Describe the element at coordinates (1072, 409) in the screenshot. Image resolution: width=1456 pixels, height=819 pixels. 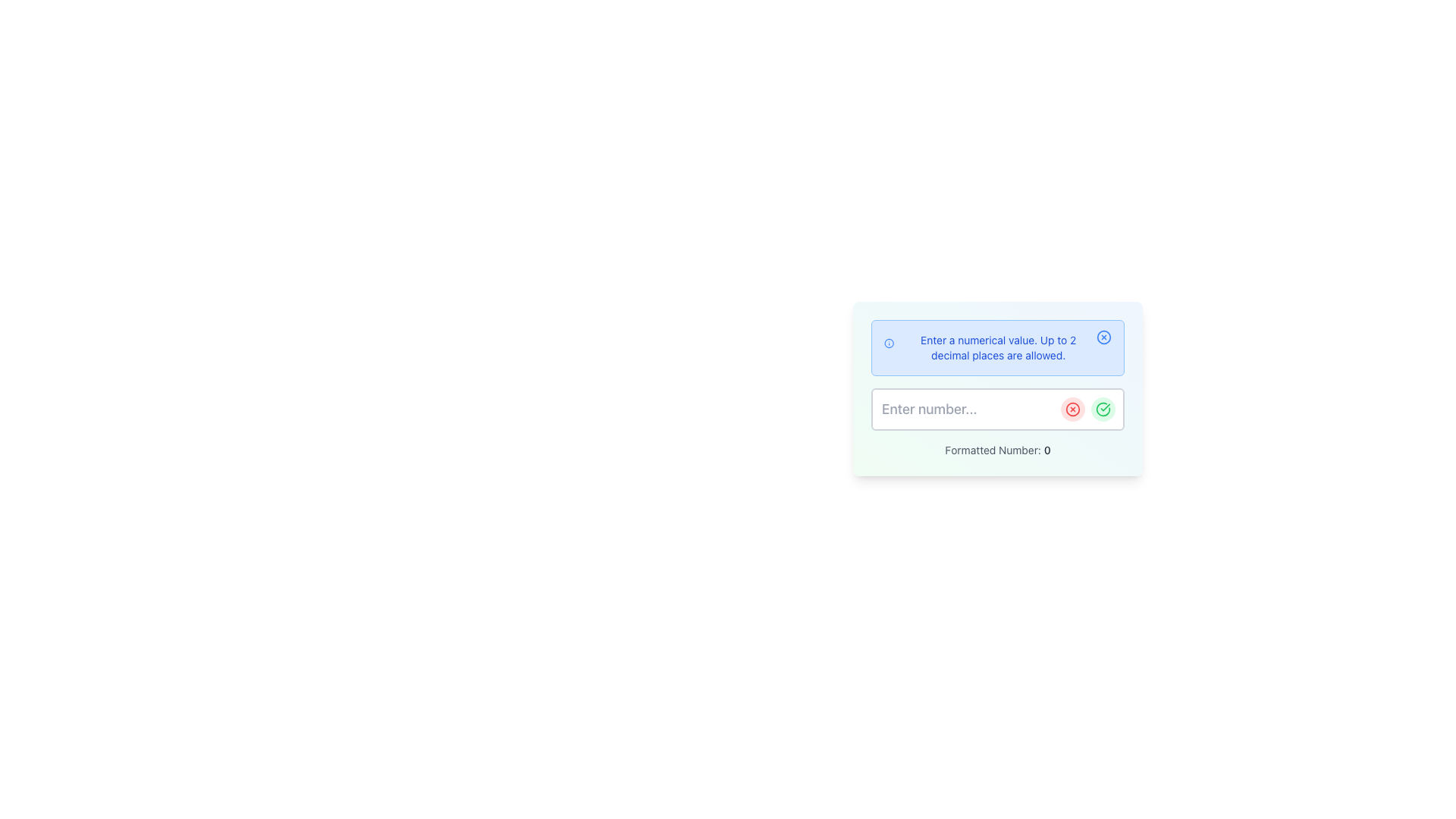
I see `the clear or delete button located to the right of the text input field, adjacent to a green checkmark icon` at that location.